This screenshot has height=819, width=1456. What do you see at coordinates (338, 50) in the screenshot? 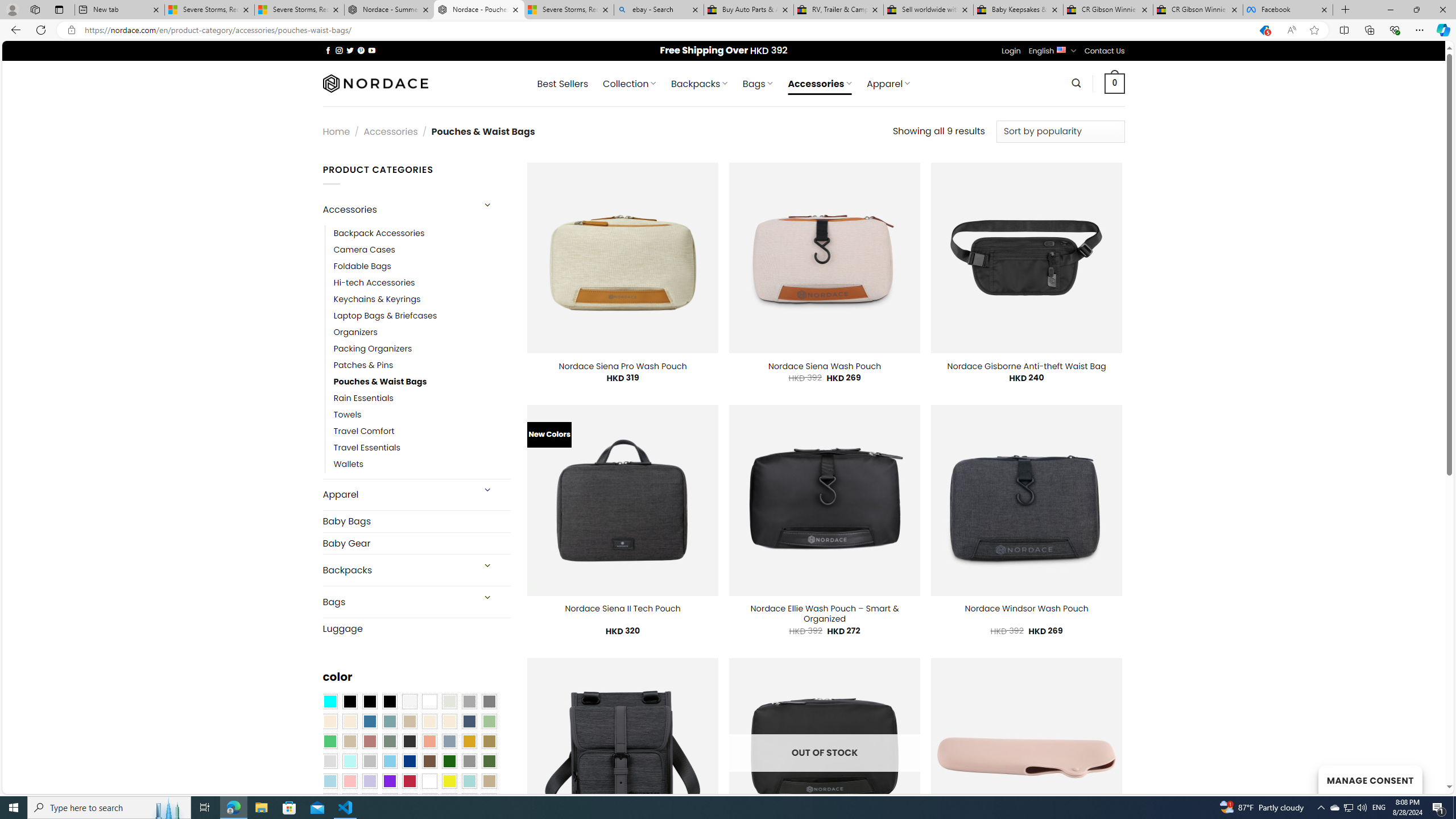
I see `'Follow on Instagram'` at bounding box center [338, 50].